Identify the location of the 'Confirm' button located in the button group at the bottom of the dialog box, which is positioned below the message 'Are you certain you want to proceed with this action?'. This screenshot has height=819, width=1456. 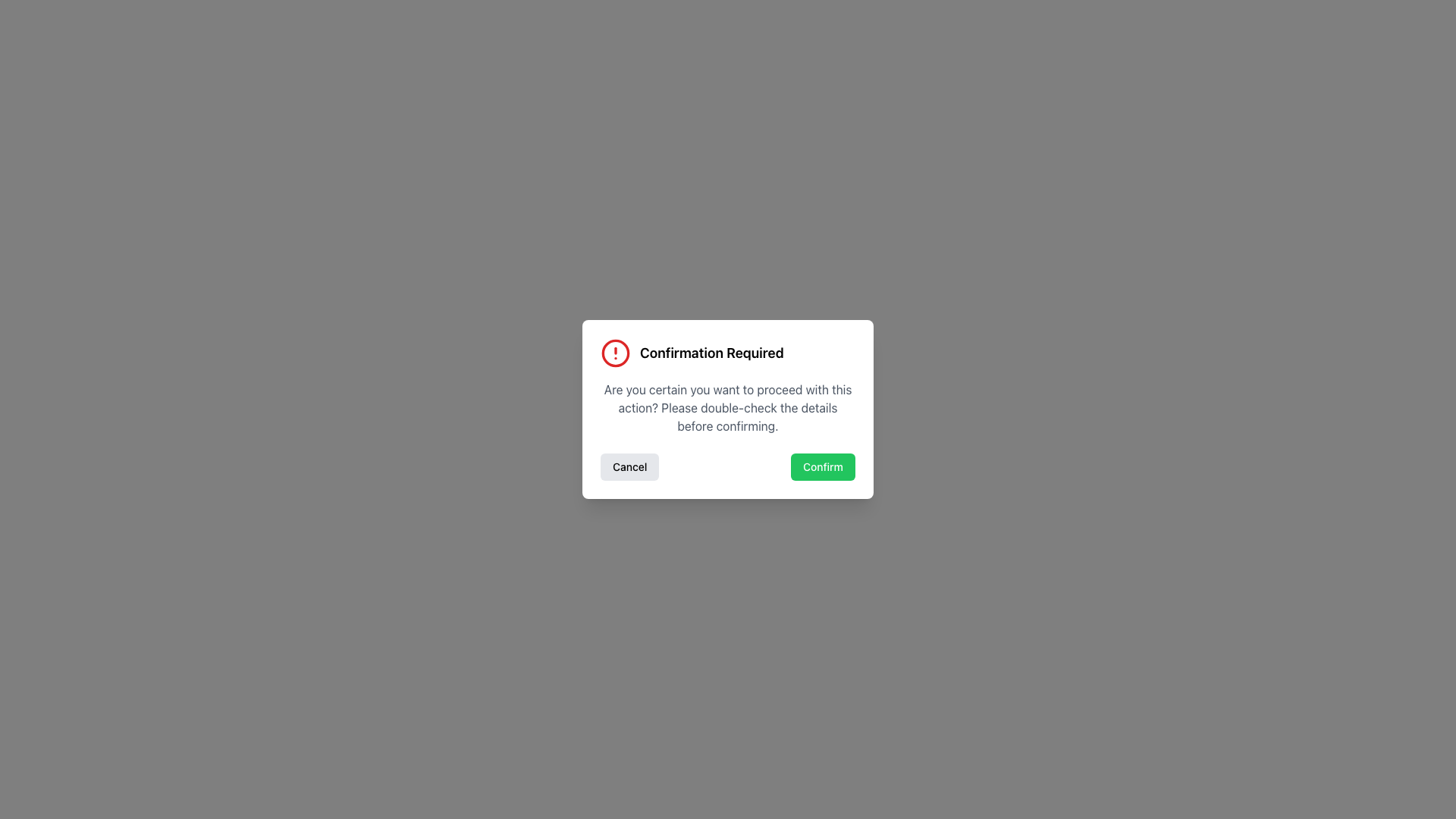
(728, 466).